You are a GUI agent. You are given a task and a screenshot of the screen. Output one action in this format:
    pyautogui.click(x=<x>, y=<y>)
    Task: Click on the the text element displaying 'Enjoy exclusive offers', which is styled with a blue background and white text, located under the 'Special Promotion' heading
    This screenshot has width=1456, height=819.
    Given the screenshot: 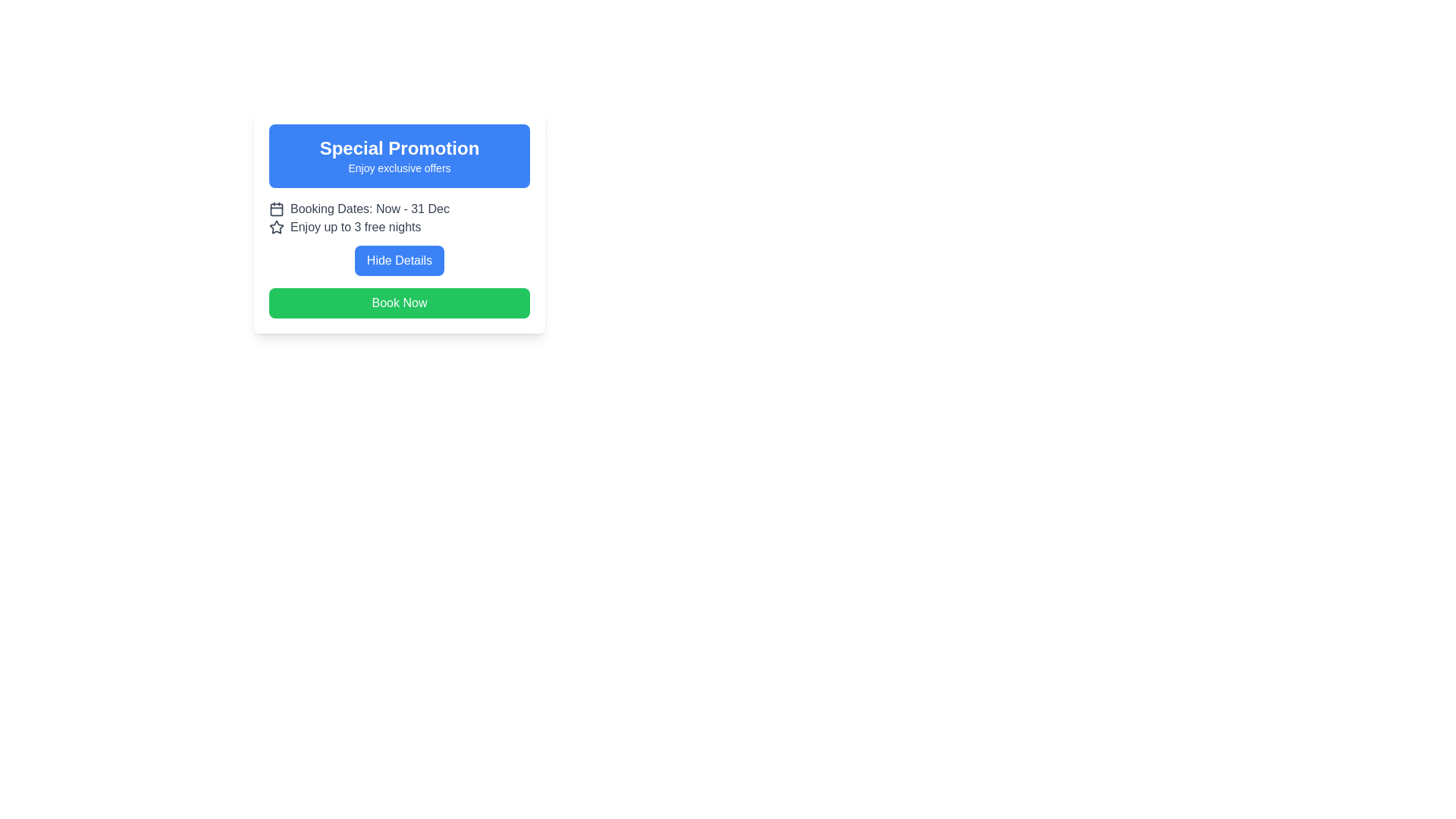 What is the action you would take?
    pyautogui.click(x=400, y=168)
    